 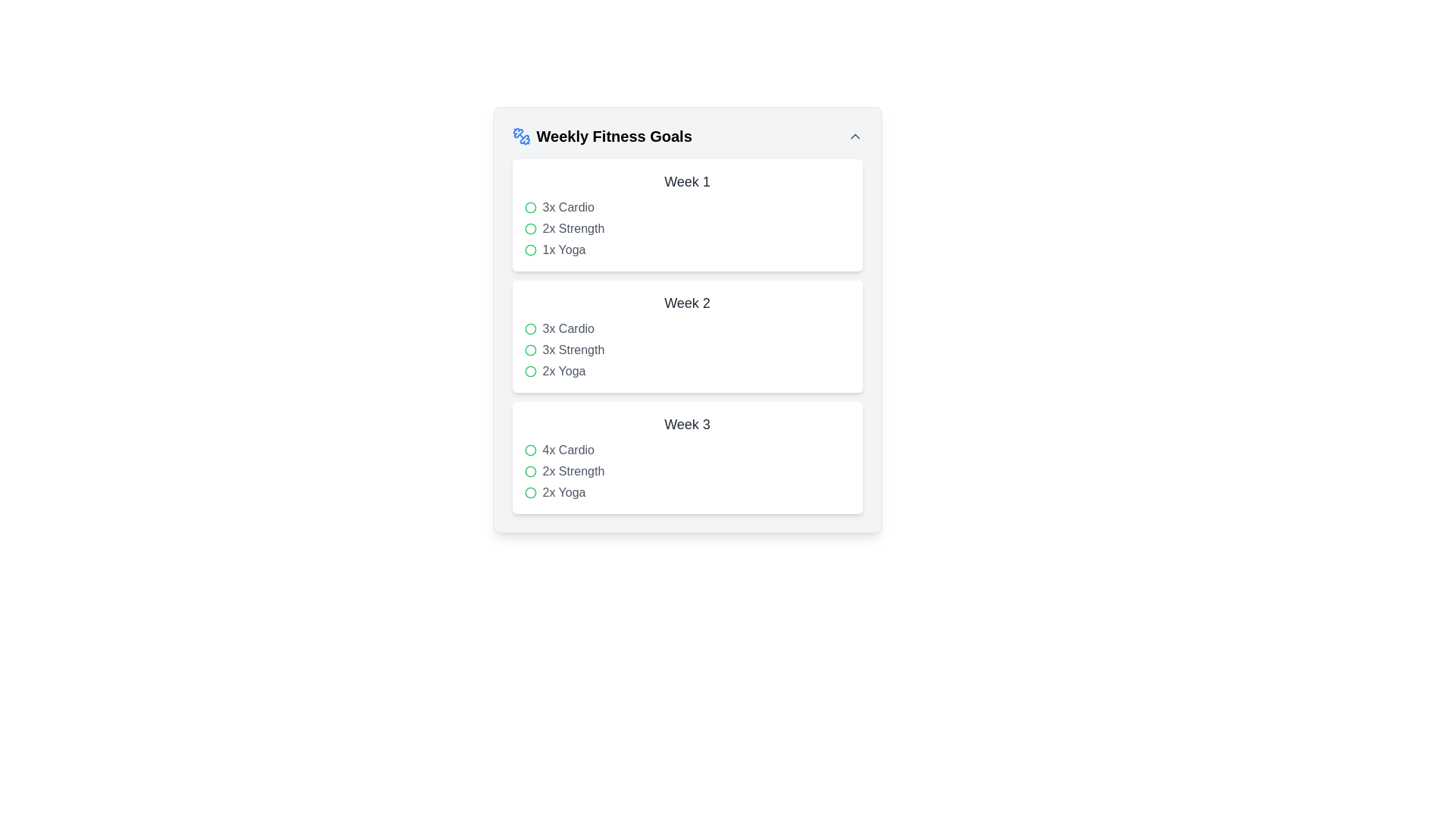 What do you see at coordinates (530, 207) in the screenshot?
I see `the first green circular marker in the 'Weekly Fitness Goals' layout under 'Week 1', positioned to the left of the text '3x Cardio'` at bounding box center [530, 207].